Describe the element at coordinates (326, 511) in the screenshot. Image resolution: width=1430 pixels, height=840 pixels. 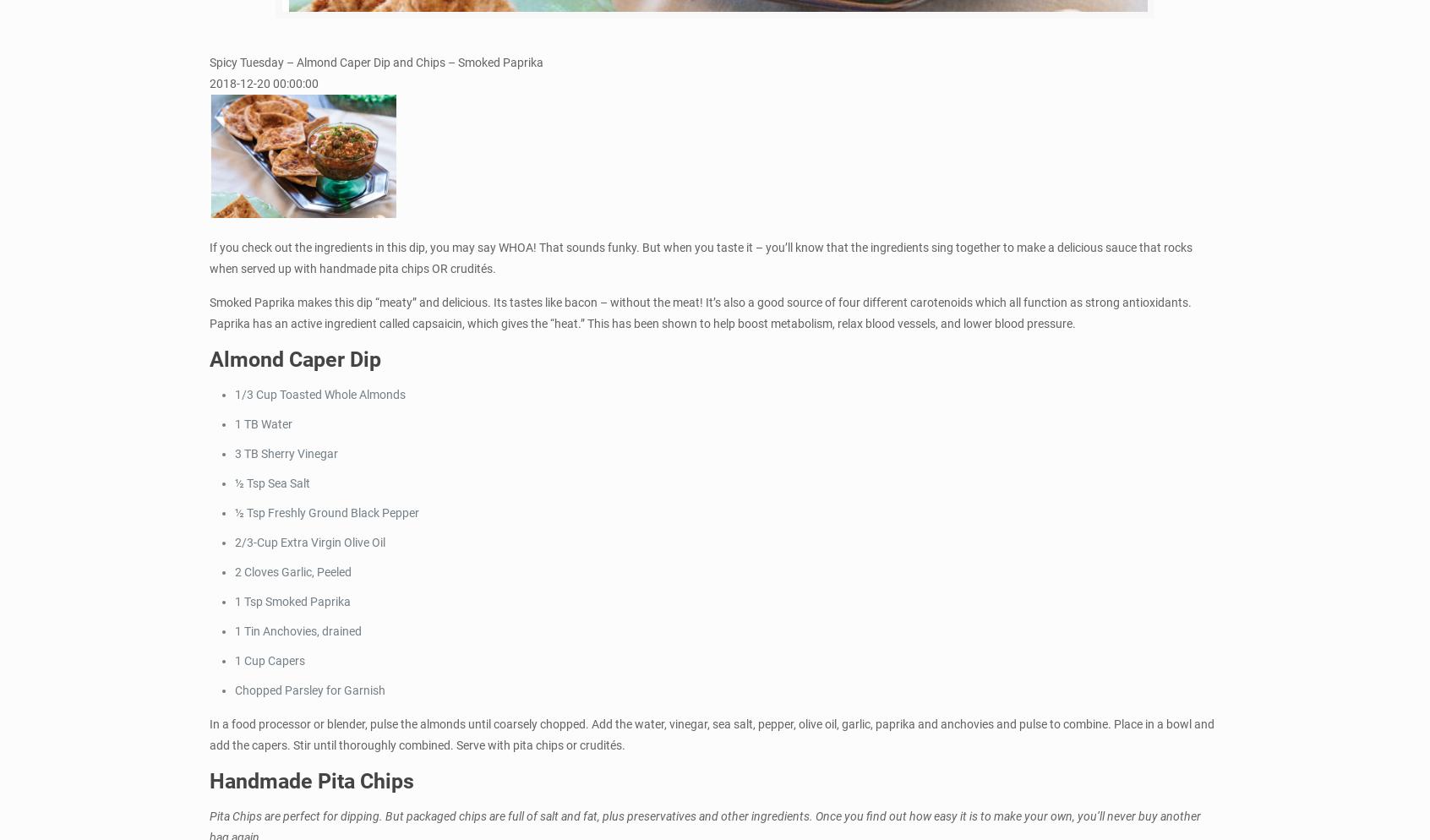
I see `'½ Tsp Freshly Ground Black Pepper'` at that location.